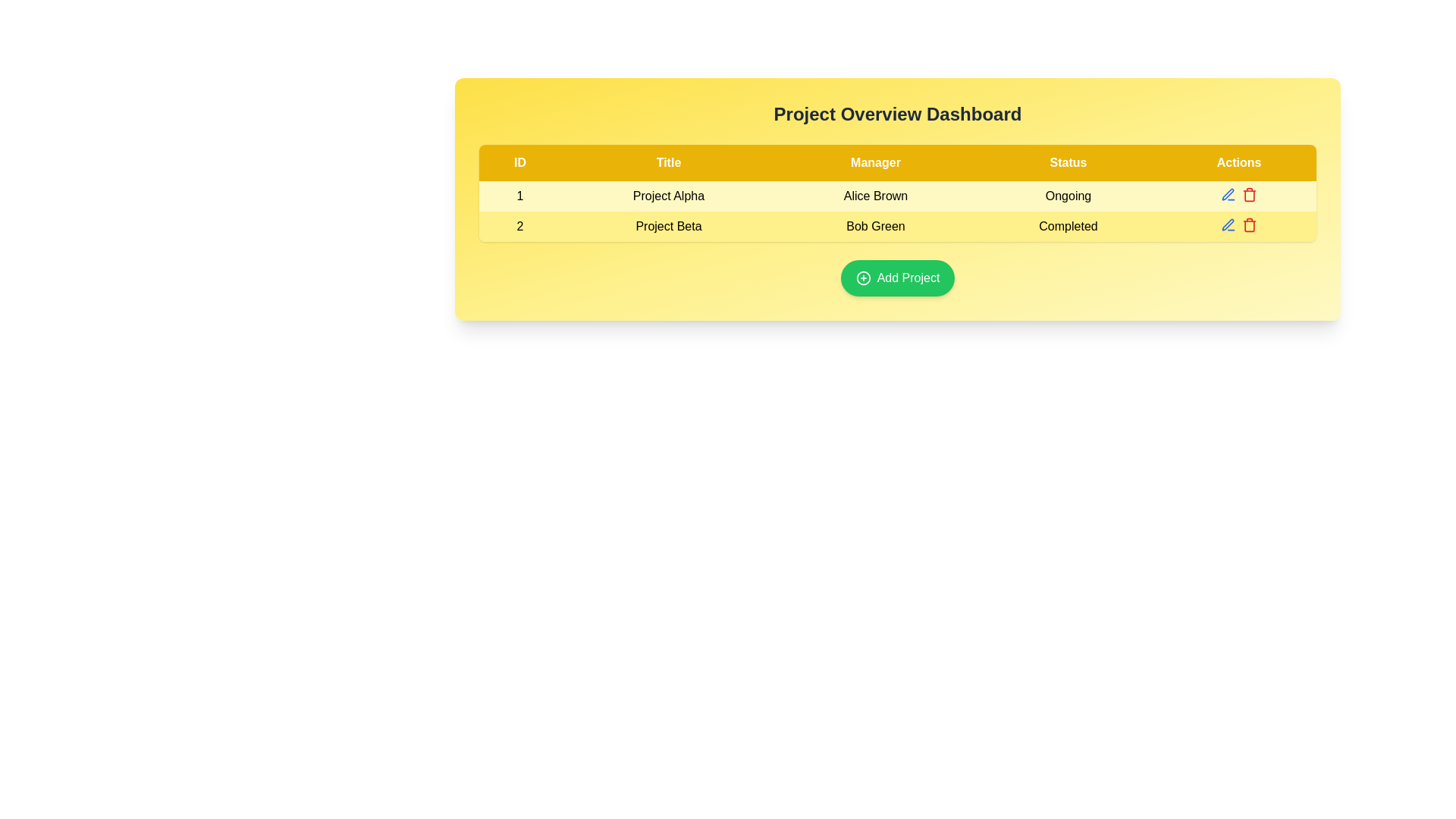 The height and width of the screenshot is (819, 1456). What do you see at coordinates (863, 278) in the screenshot?
I see `the Circle shape (SVG element) that is part of the 'Add Project' button, located in the top left section of the button icon` at bounding box center [863, 278].